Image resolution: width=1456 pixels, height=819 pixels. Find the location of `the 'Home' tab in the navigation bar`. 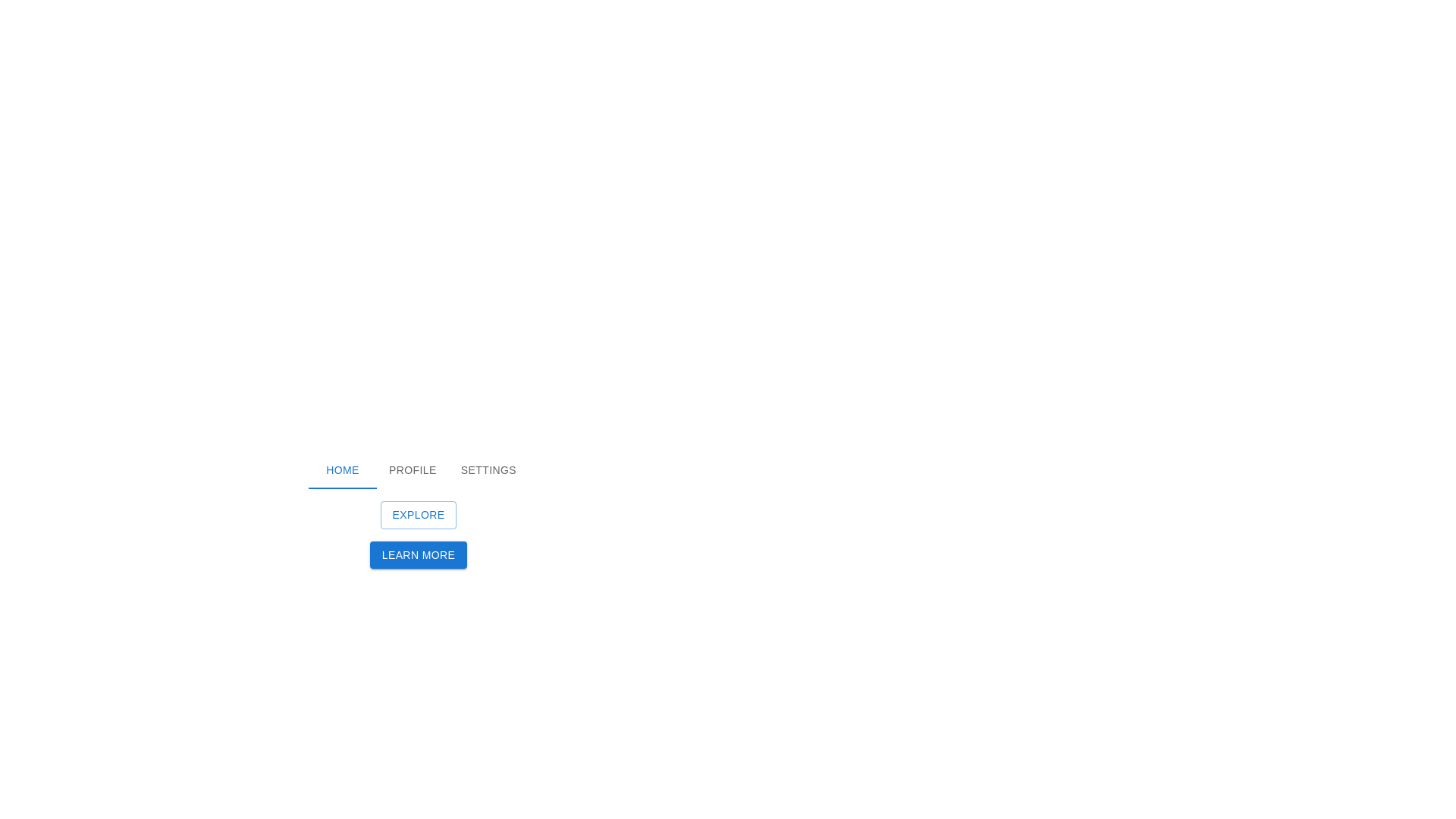

the 'Home' tab in the navigation bar is located at coordinates (341, 470).